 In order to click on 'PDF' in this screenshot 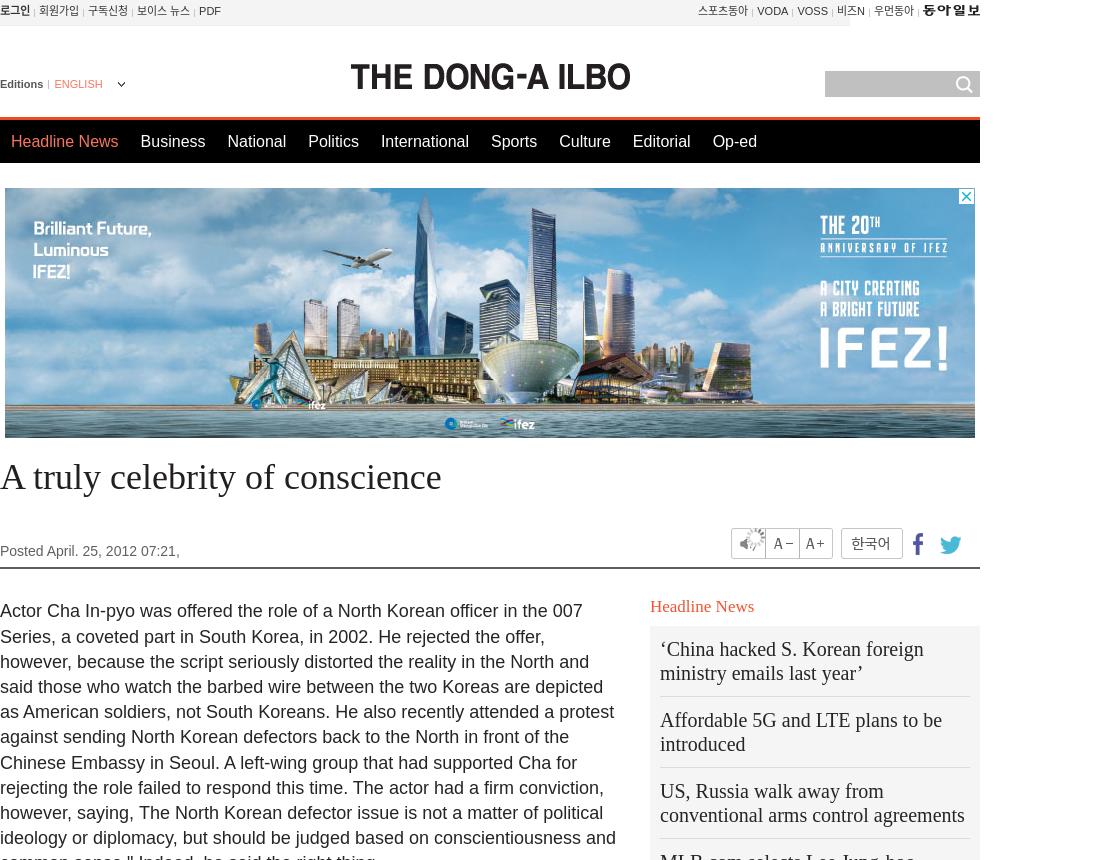, I will do `click(209, 11)`.